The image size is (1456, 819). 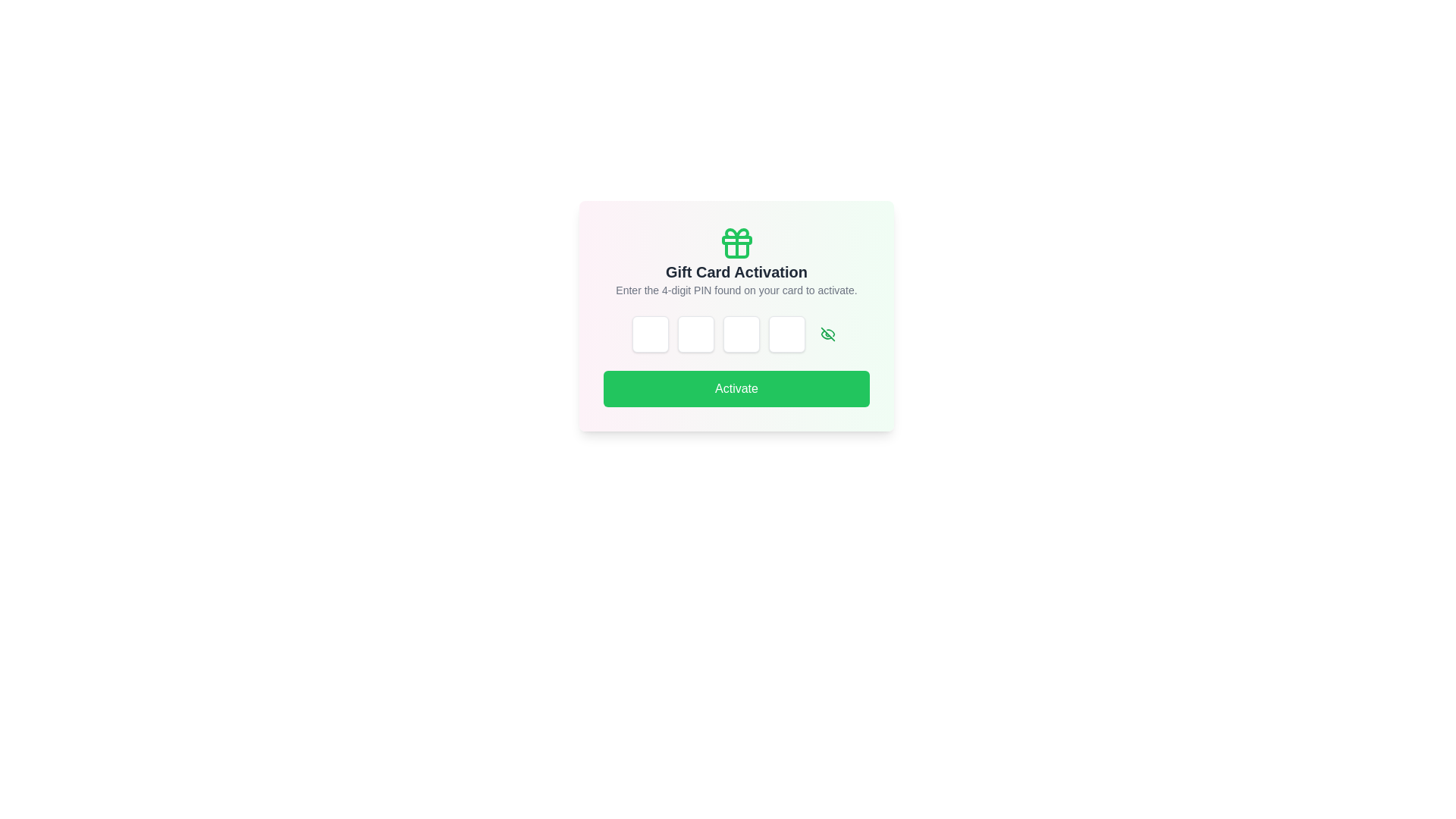 What do you see at coordinates (786, 333) in the screenshot?
I see `the fourth square input field in a 4-digit PIN entry design` at bounding box center [786, 333].